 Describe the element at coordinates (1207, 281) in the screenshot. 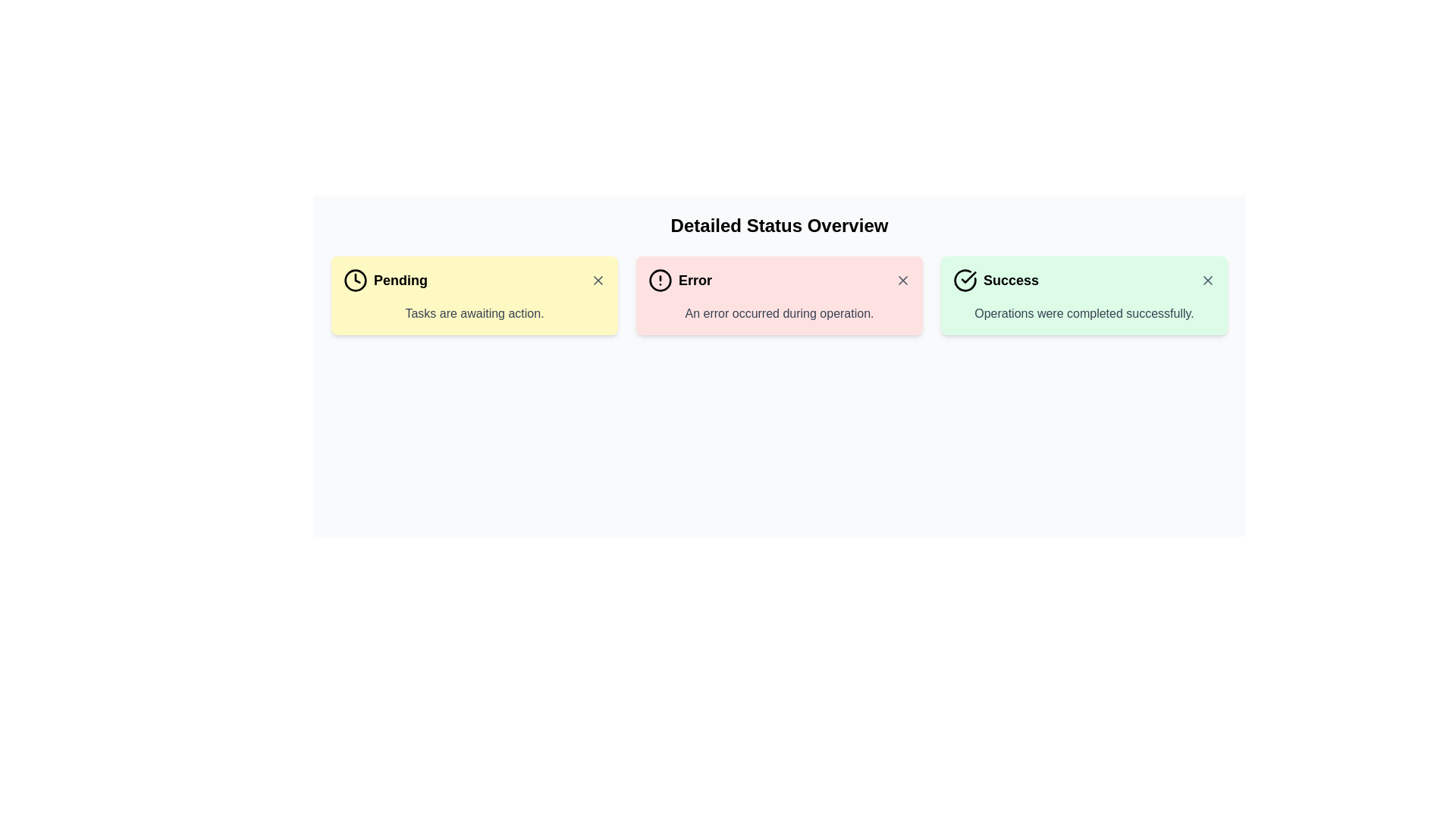

I see `the 'X' button in the 'Success' notification` at that location.